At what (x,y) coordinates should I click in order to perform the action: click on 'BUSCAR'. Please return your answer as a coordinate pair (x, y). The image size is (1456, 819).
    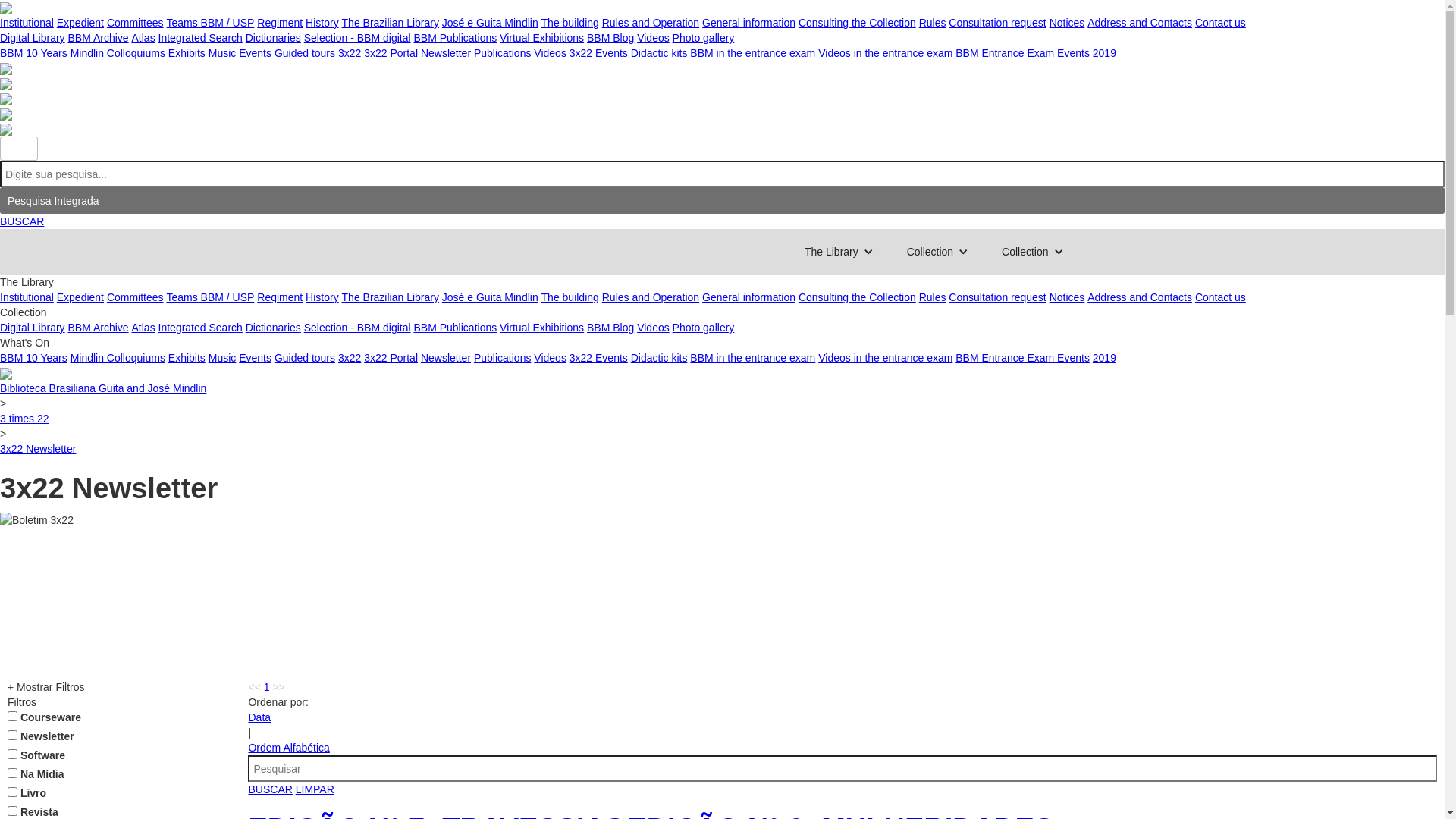
    Looking at the image, I should click on (21, 221).